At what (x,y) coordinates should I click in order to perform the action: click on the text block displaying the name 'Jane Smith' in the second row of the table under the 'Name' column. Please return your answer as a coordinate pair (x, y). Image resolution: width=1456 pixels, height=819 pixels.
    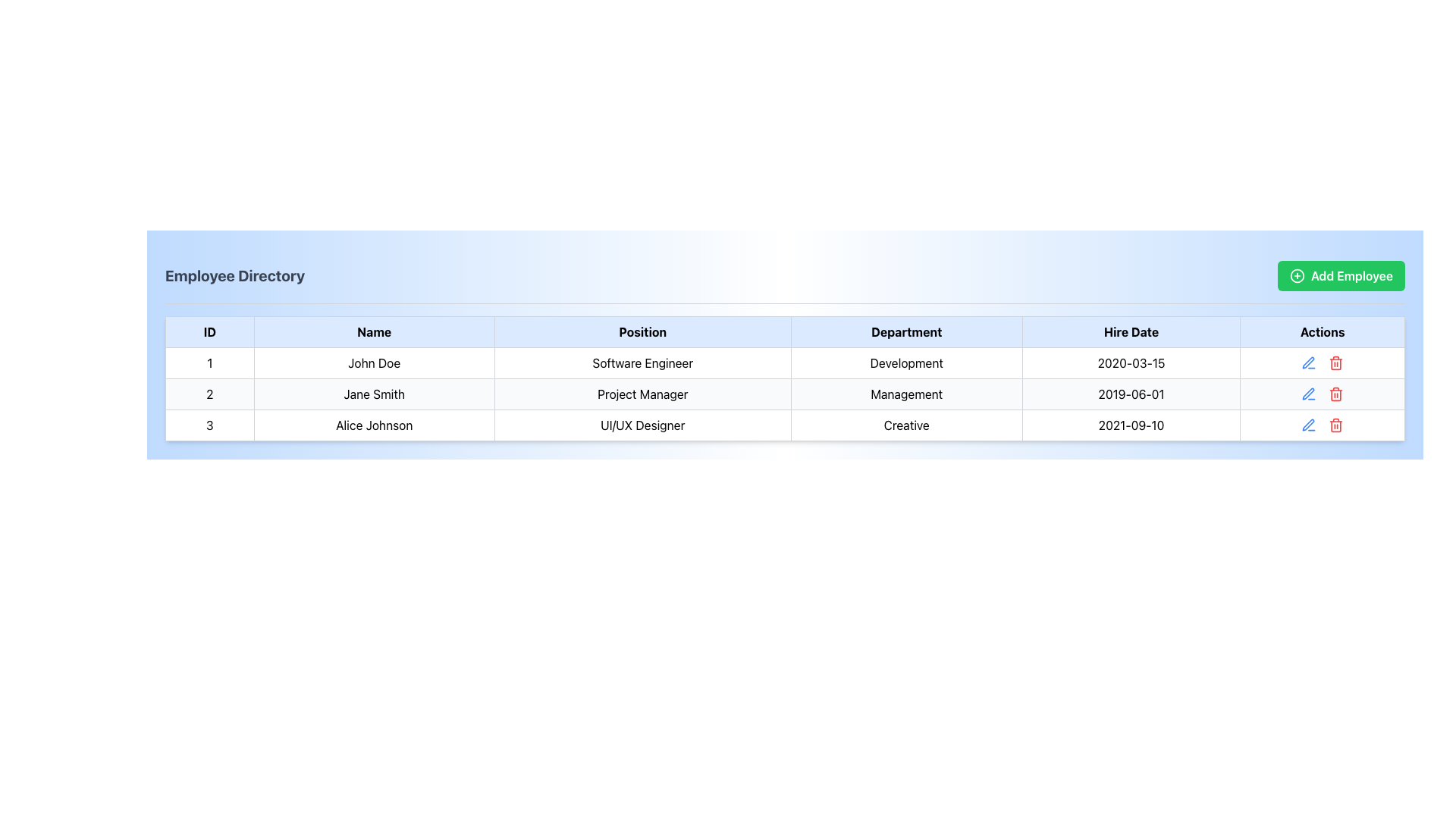
    Looking at the image, I should click on (374, 394).